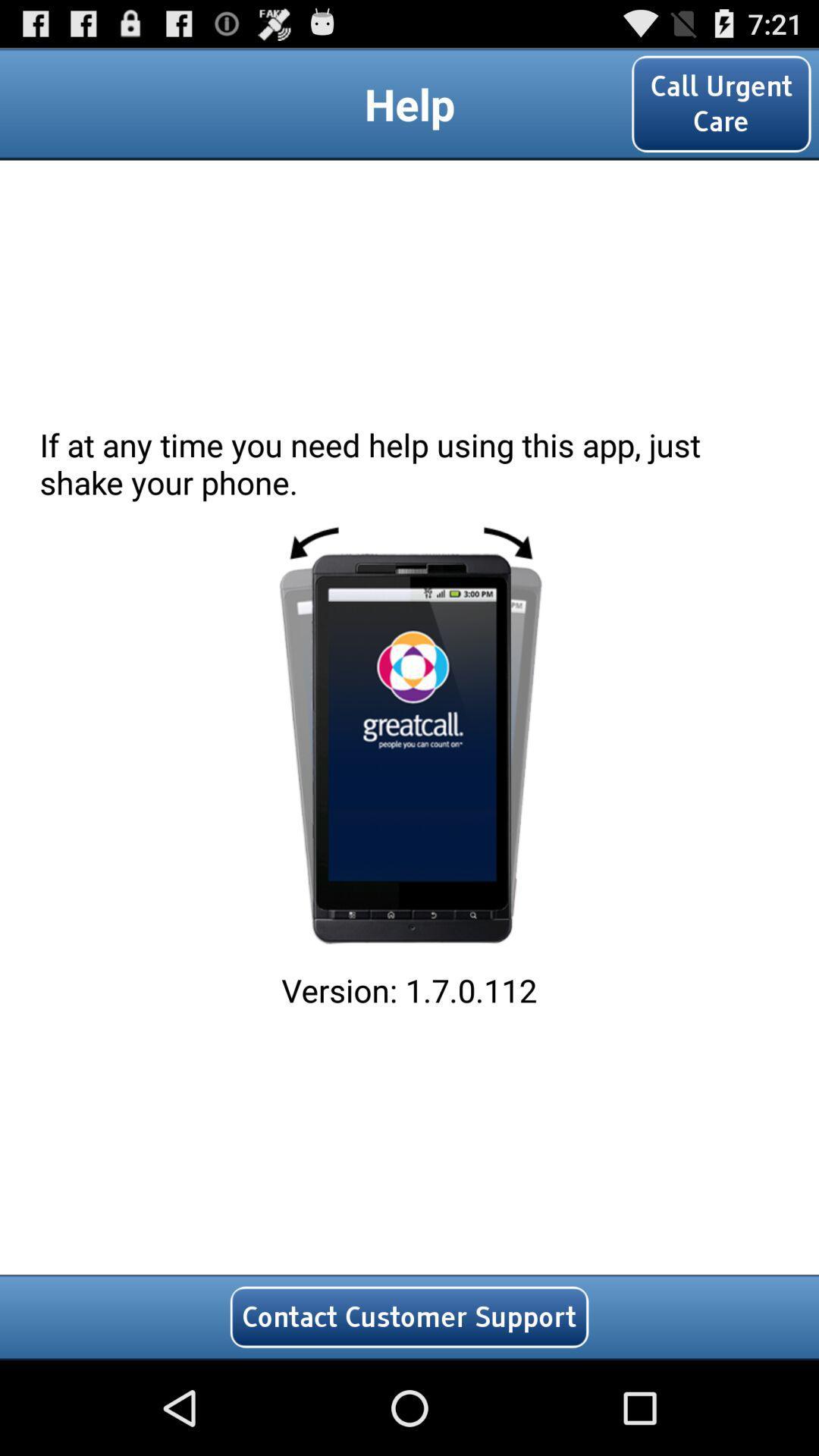  Describe the element at coordinates (720, 103) in the screenshot. I see `call urgent care icon` at that location.